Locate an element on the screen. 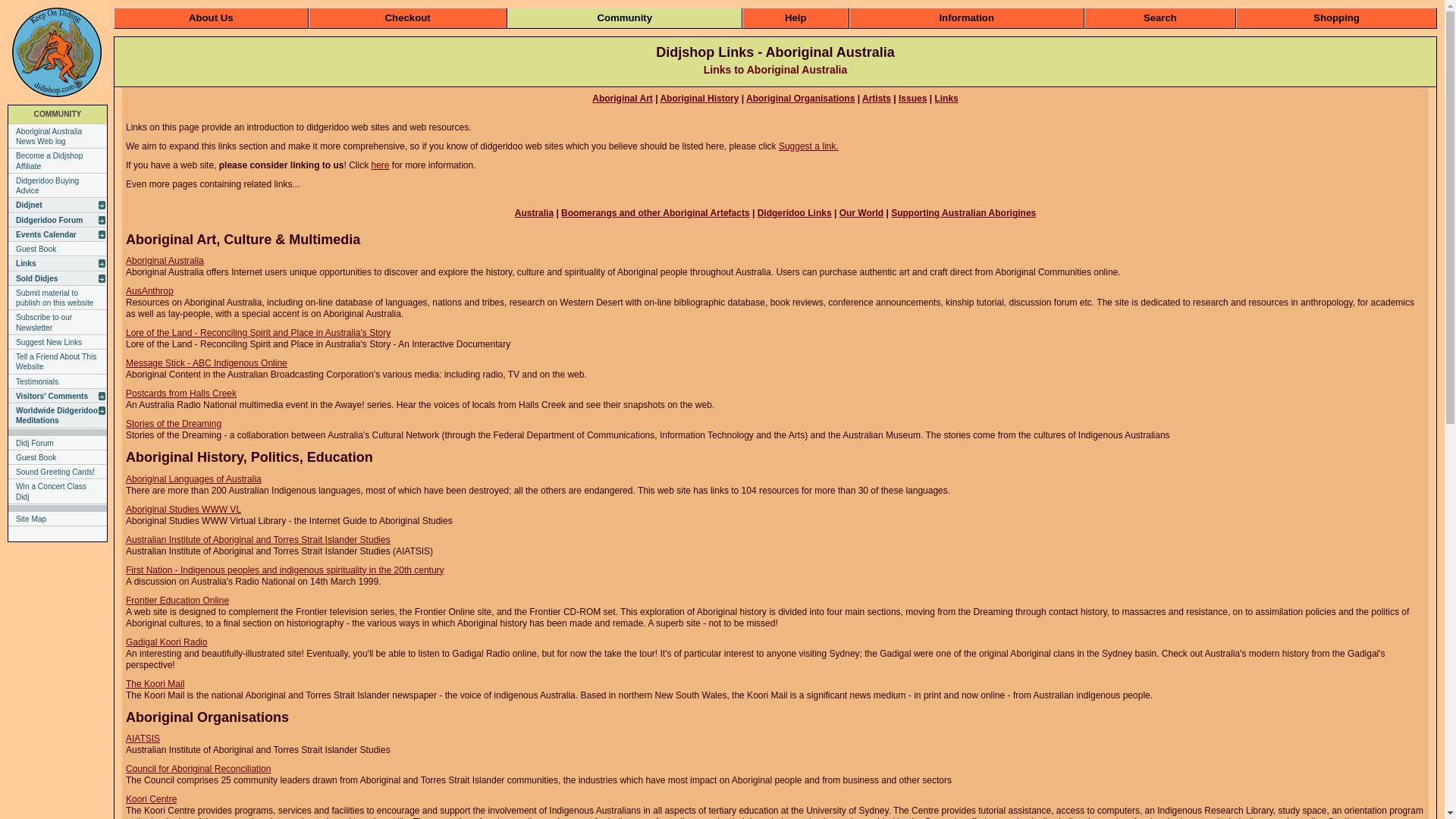 The width and height of the screenshot is (1456, 819). 'Frontier Education Online' is located at coordinates (177, 599).